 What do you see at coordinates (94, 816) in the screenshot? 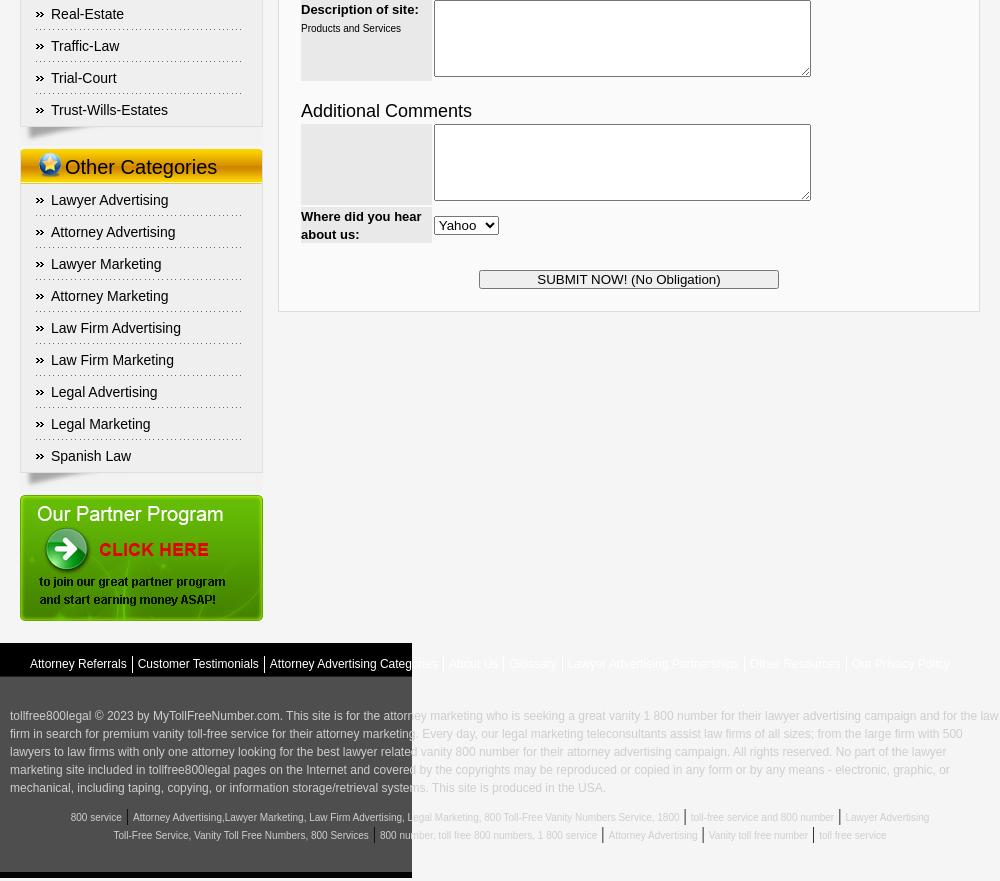
I see `'800 service'` at bounding box center [94, 816].